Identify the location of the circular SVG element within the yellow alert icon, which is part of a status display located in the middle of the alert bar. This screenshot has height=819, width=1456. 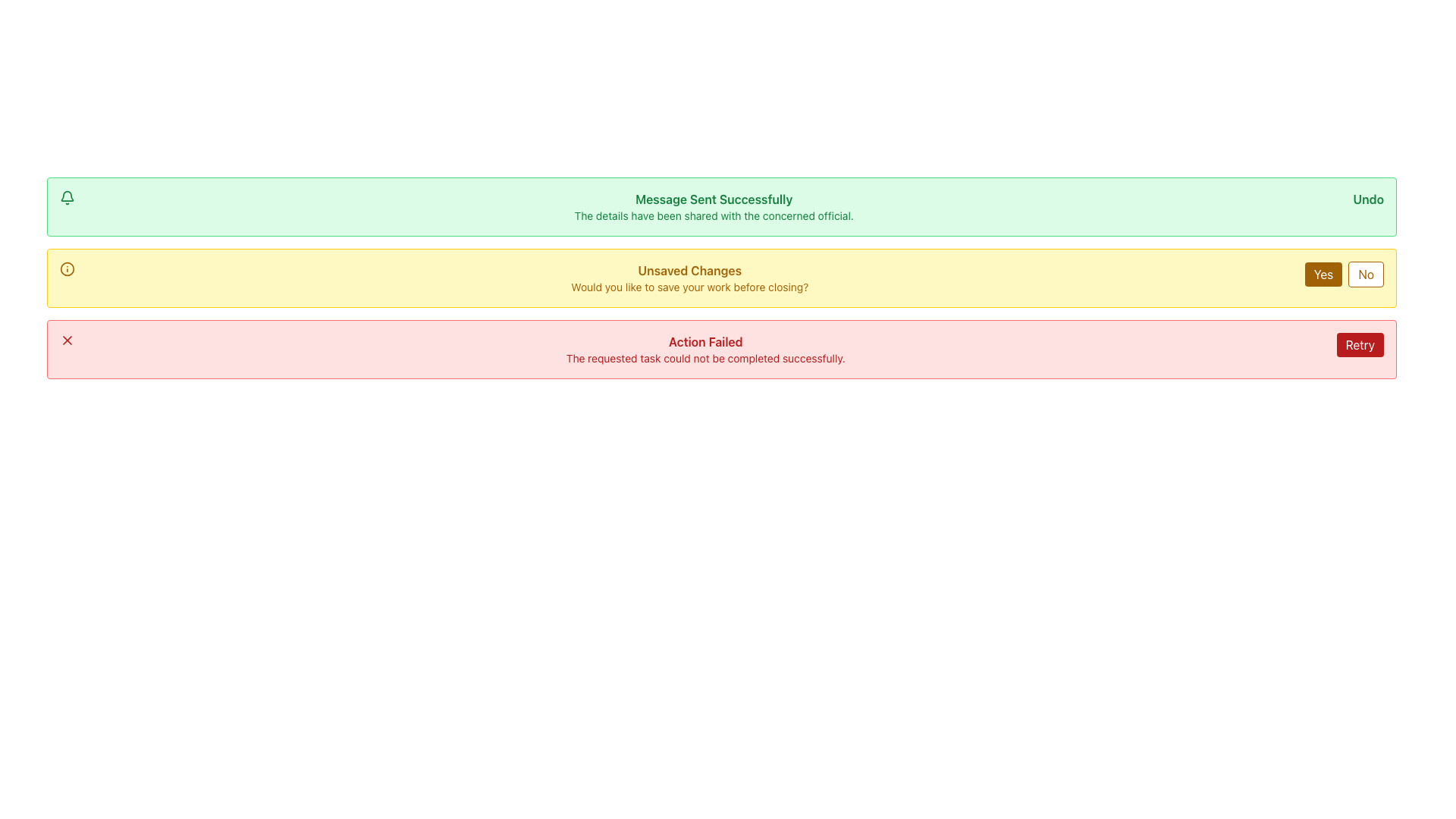
(67, 268).